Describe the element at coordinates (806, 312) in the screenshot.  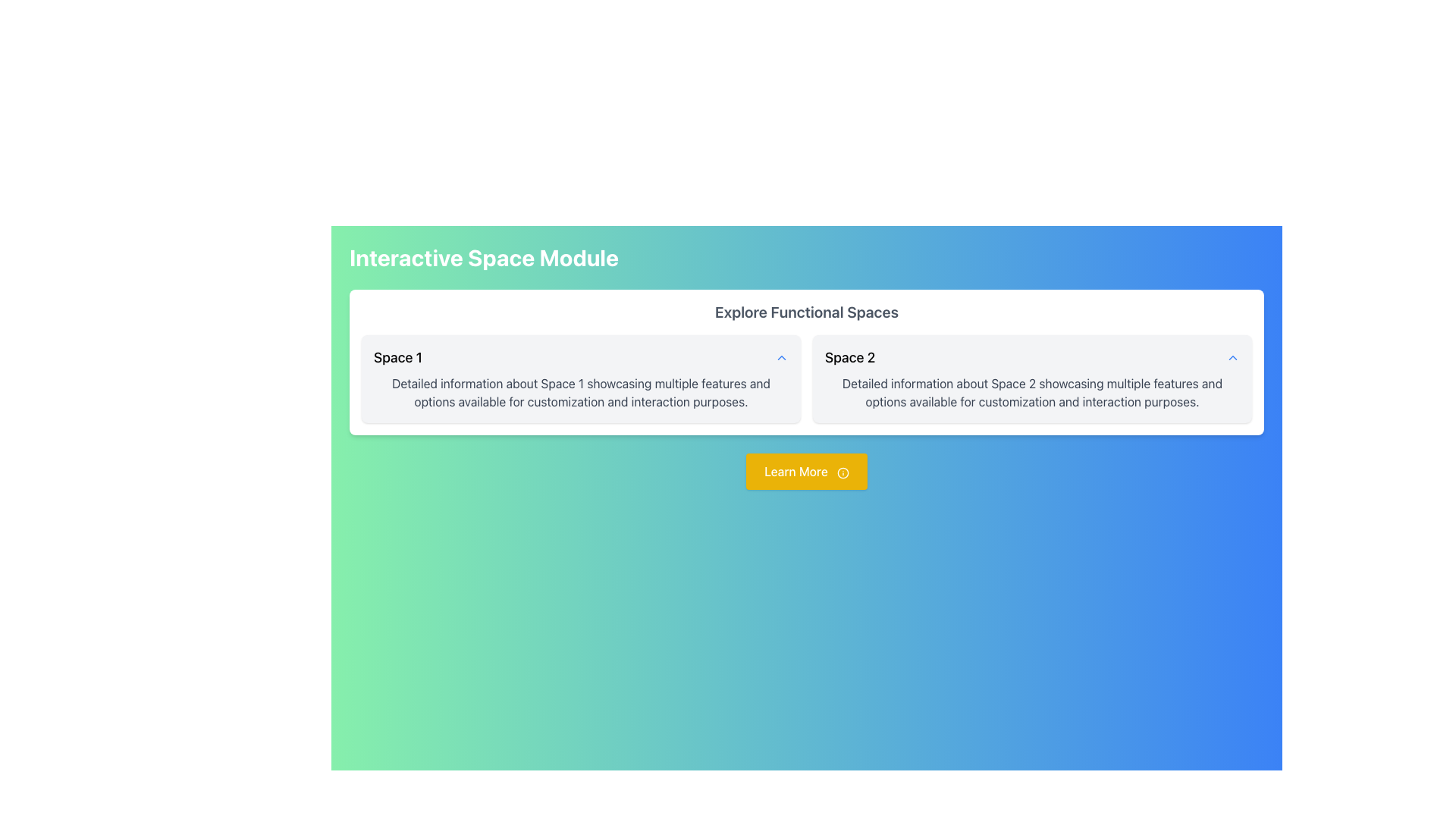
I see `the text label that displays 'Explore Functional Spaces', which is centrally aligned at the top of the layout above the 'Space 1' and 'Space 2' cards` at that location.